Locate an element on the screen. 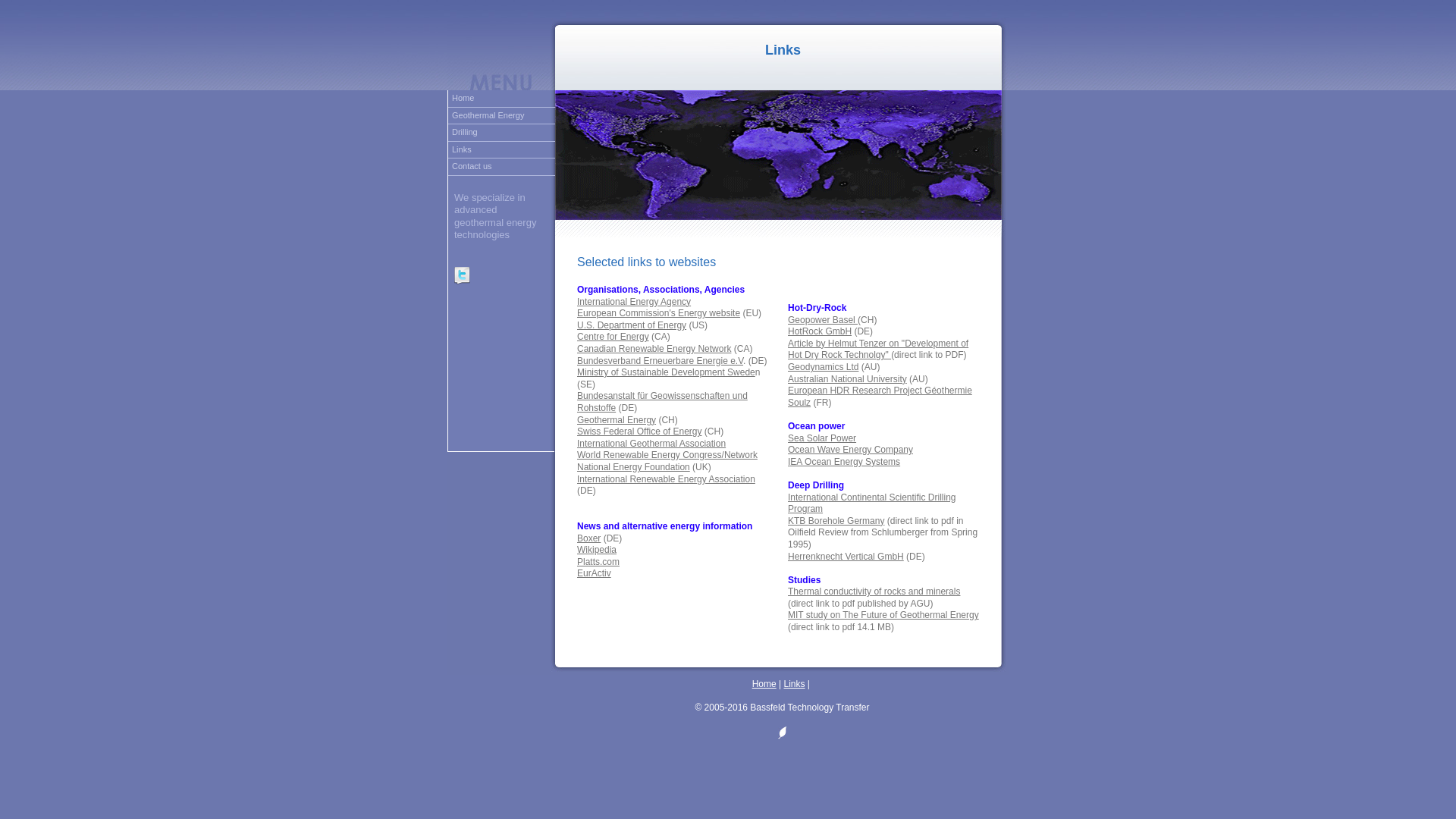 This screenshot has width=1456, height=819. 'International Energy Agency' is located at coordinates (576, 301).